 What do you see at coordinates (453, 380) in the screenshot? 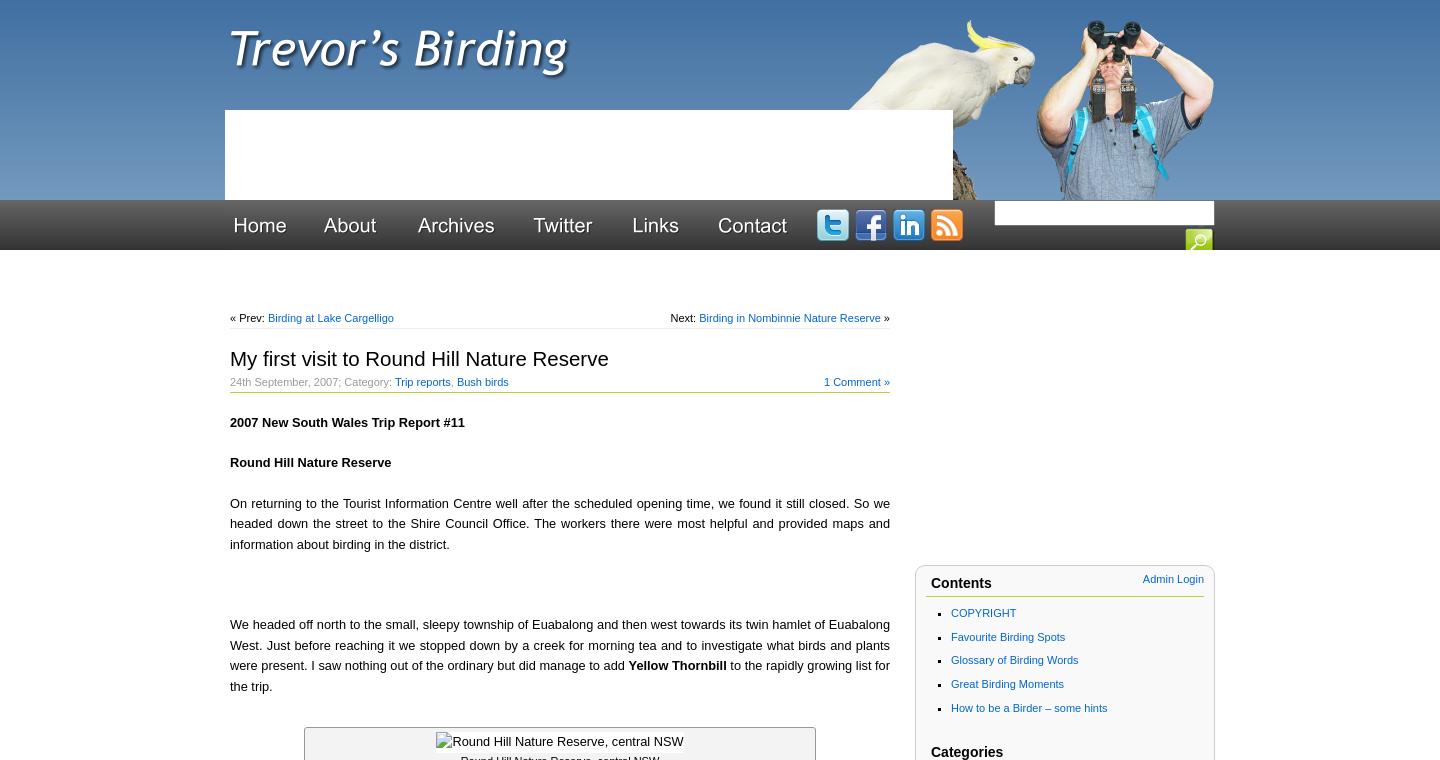
I see `','` at bounding box center [453, 380].